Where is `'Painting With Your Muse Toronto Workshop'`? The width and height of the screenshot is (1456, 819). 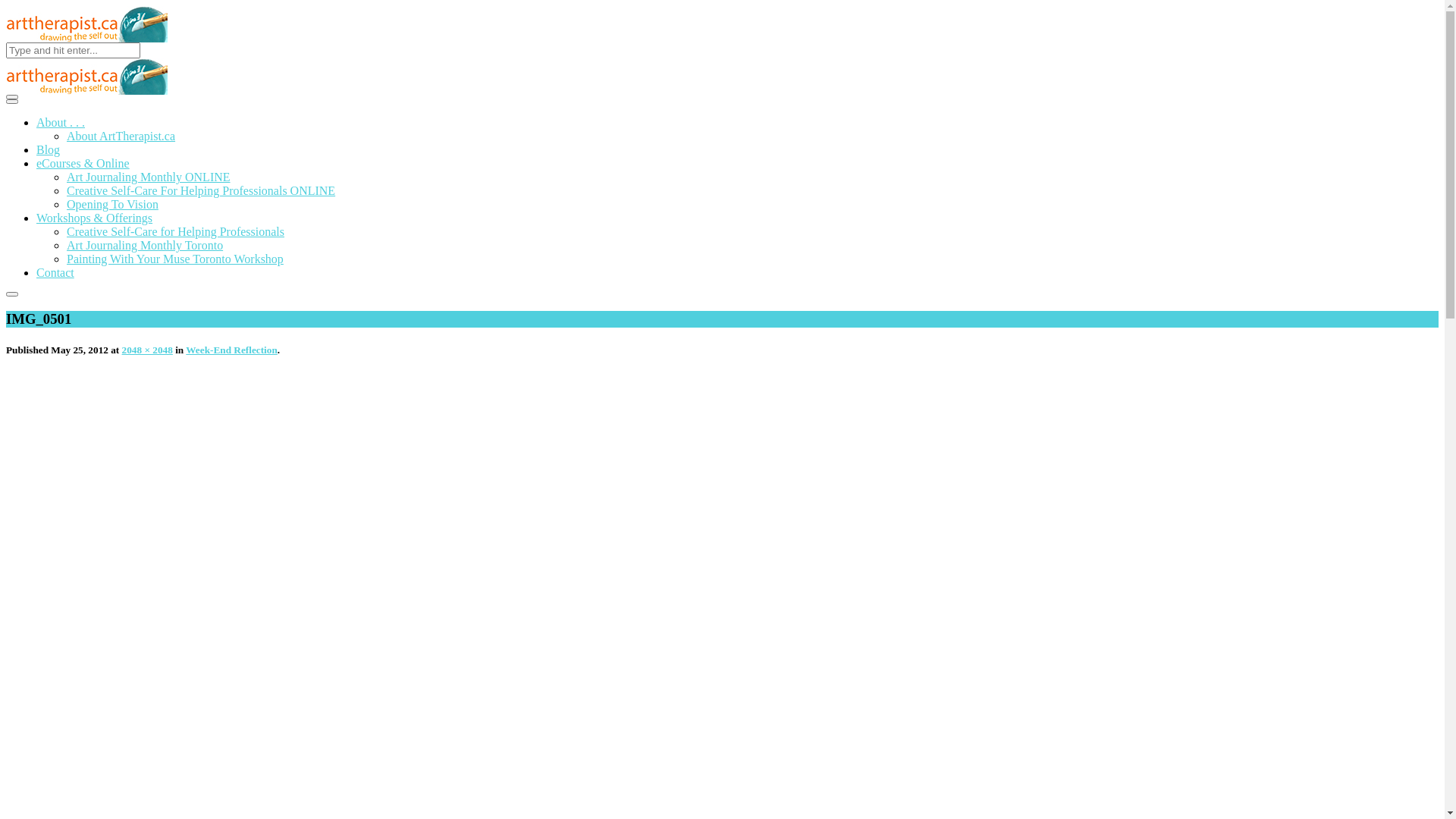 'Painting With Your Muse Toronto Workshop' is located at coordinates (65, 258).